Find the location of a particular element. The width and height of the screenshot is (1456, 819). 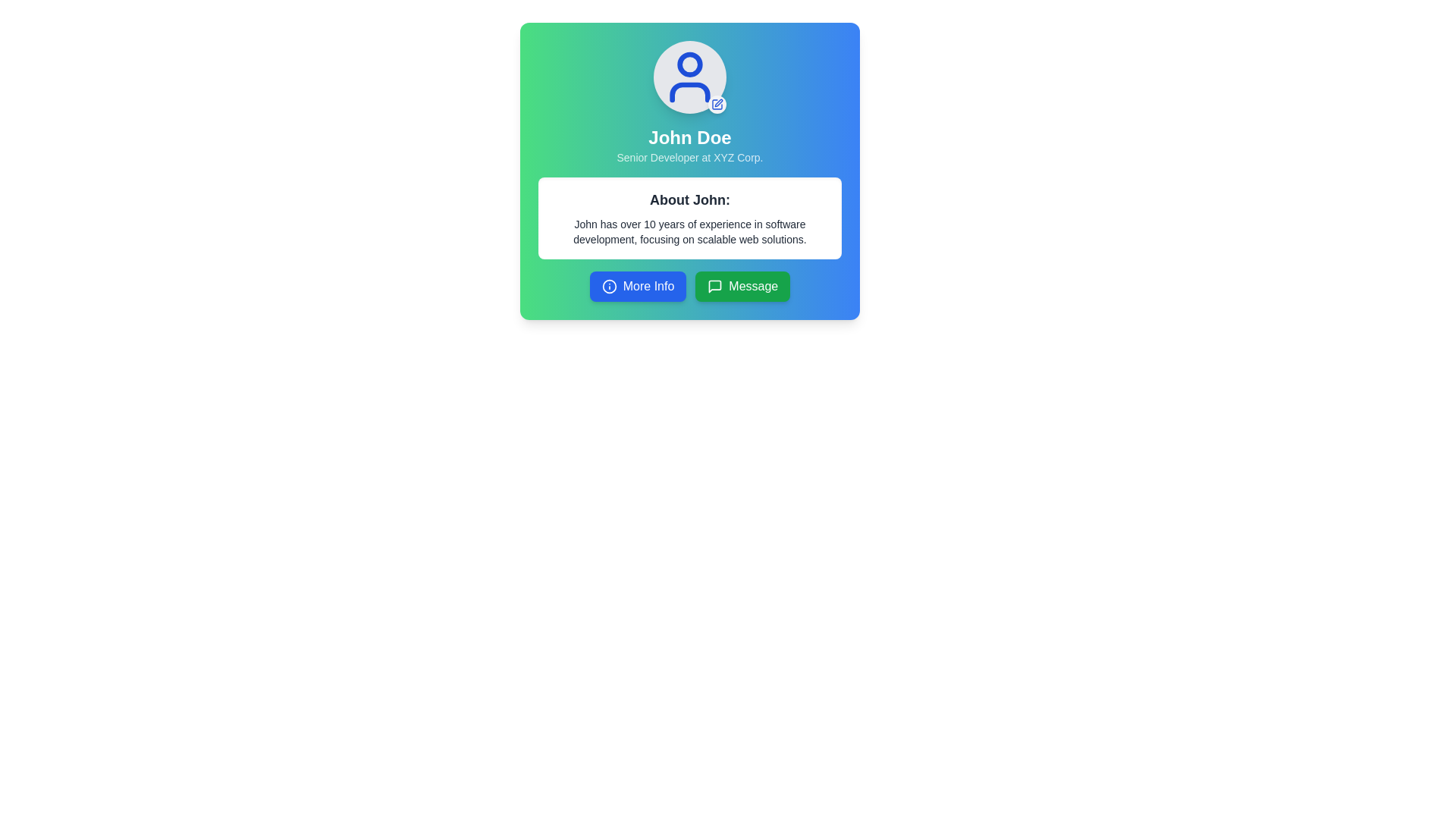

the decorative graphic component of the user profile icon located at the top area of the profile card, above the name 'John Doe' is located at coordinates (689, 63).